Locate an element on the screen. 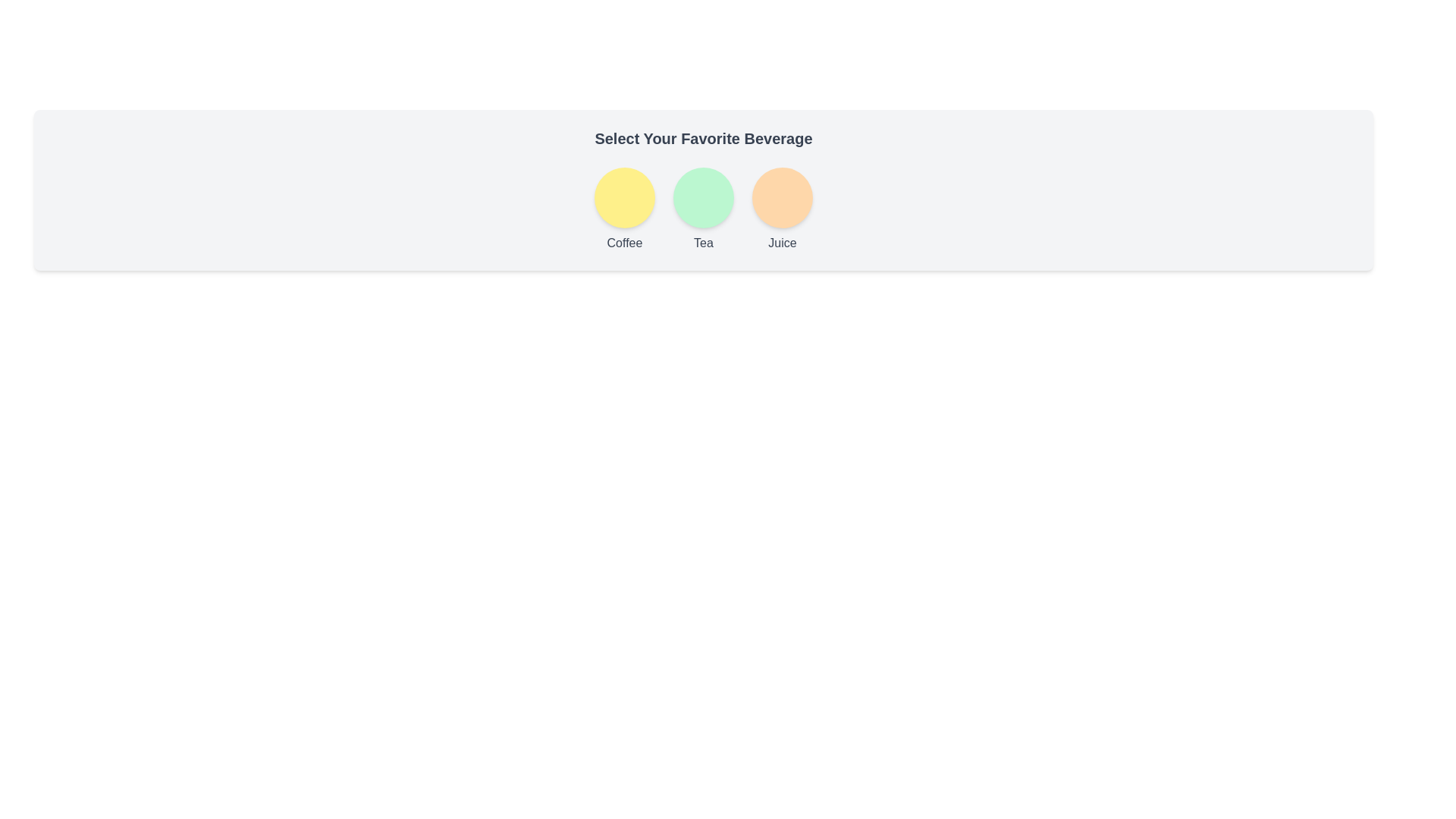 The height and width of the screenshot is (819, 1456). the 'Juice' selectable option in the beverage preference selection interface is located at coordinates (783, 197).